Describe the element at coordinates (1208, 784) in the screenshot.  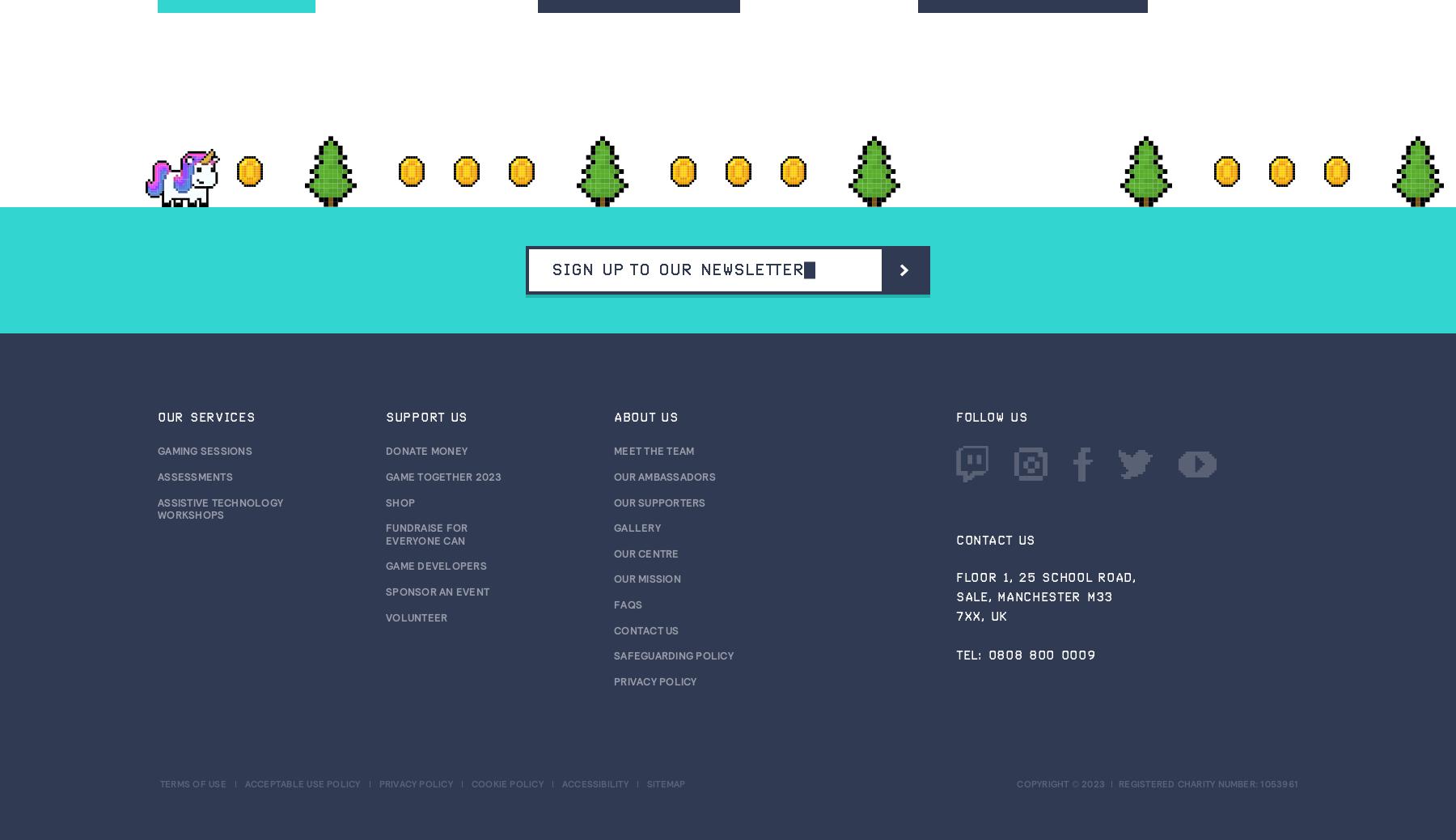
I see `'Registered Charity Number: 1053961'` at that location.